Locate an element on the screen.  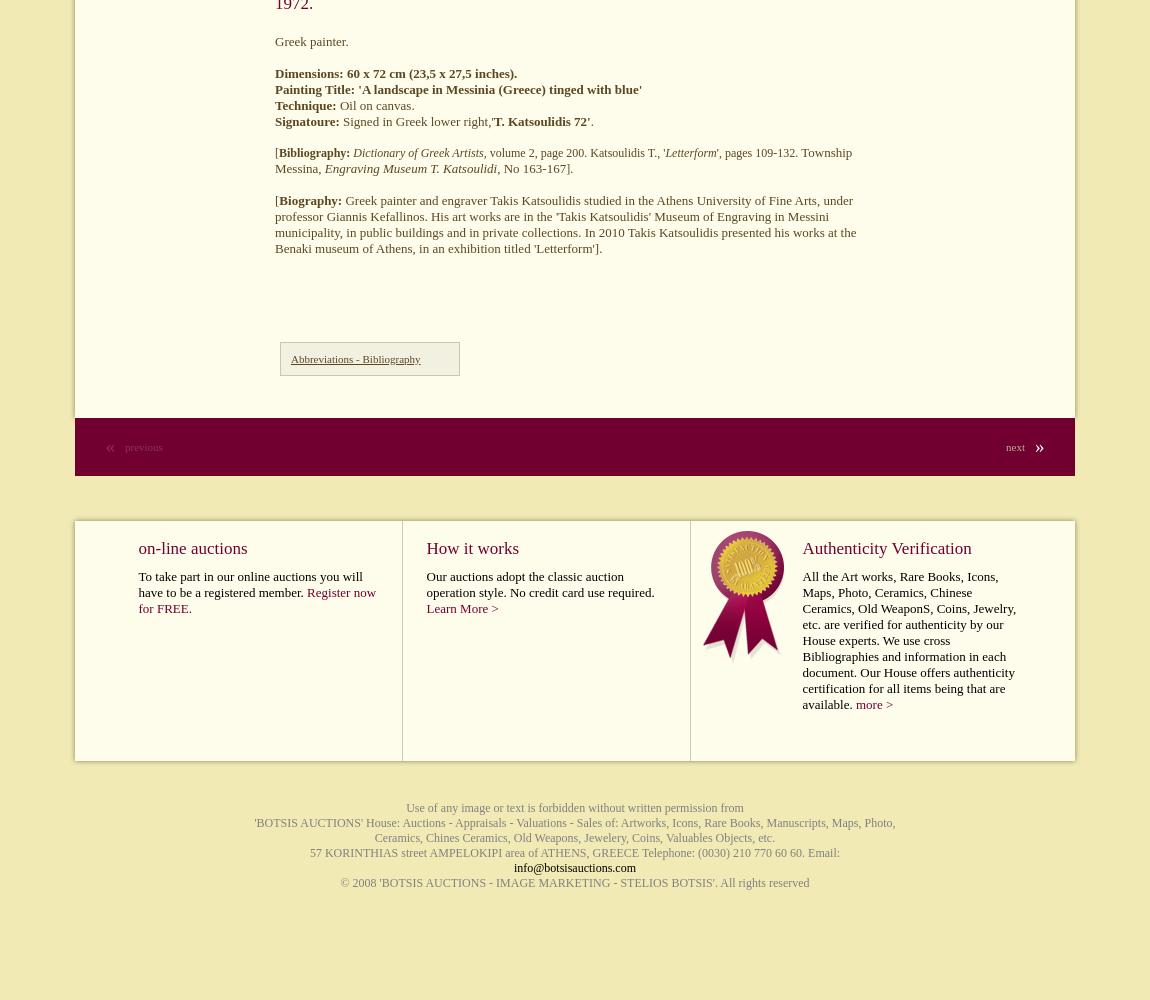
'Our auctions adopt the classic auction operation style. No credit card use required.' is located at coordinates (540, 583).